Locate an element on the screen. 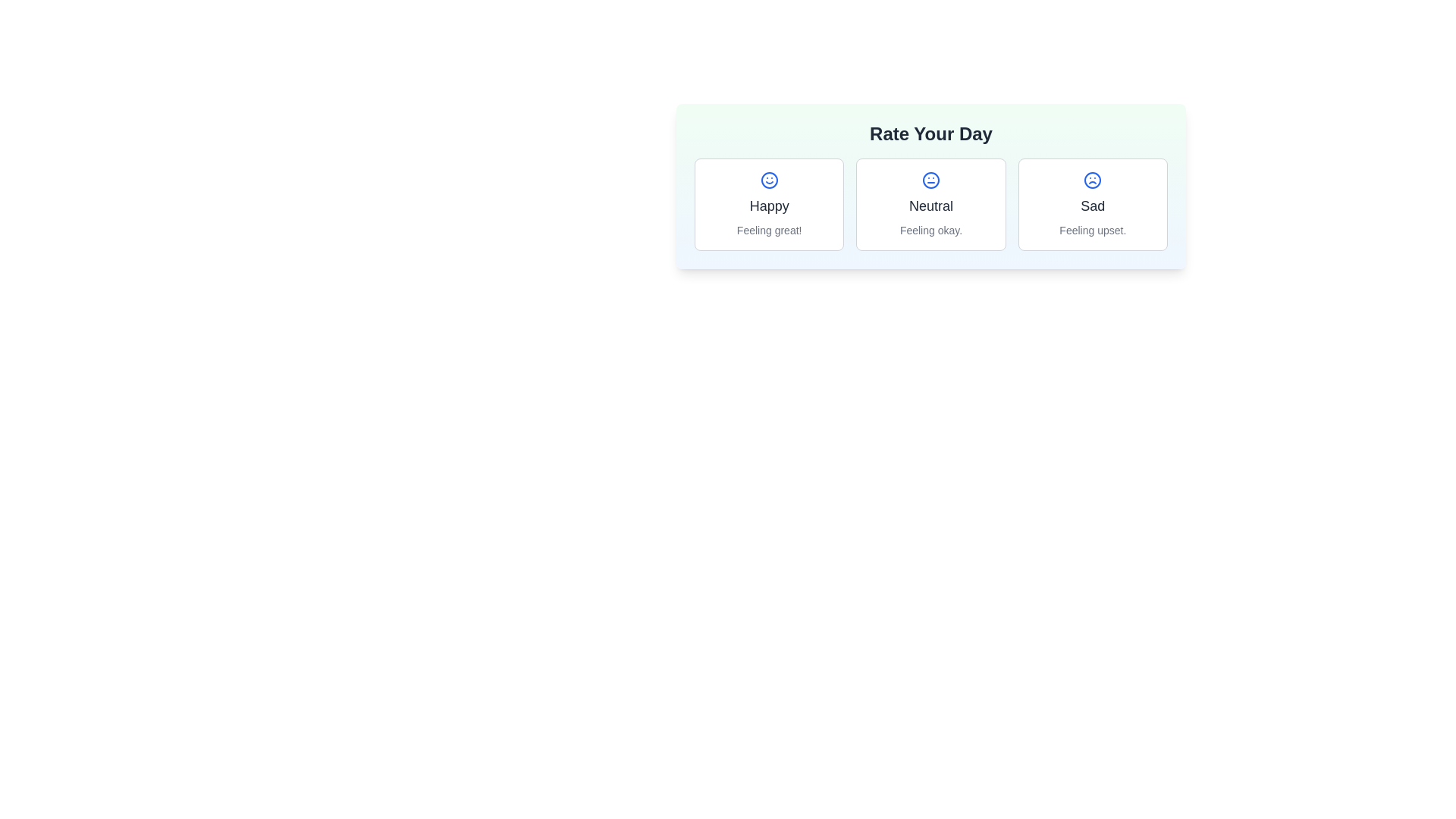 Image resolution: width=1456 pixels, height=819 pixels. the selectable card widget labeled 'Sad' is located at coordinates (1092, 205).